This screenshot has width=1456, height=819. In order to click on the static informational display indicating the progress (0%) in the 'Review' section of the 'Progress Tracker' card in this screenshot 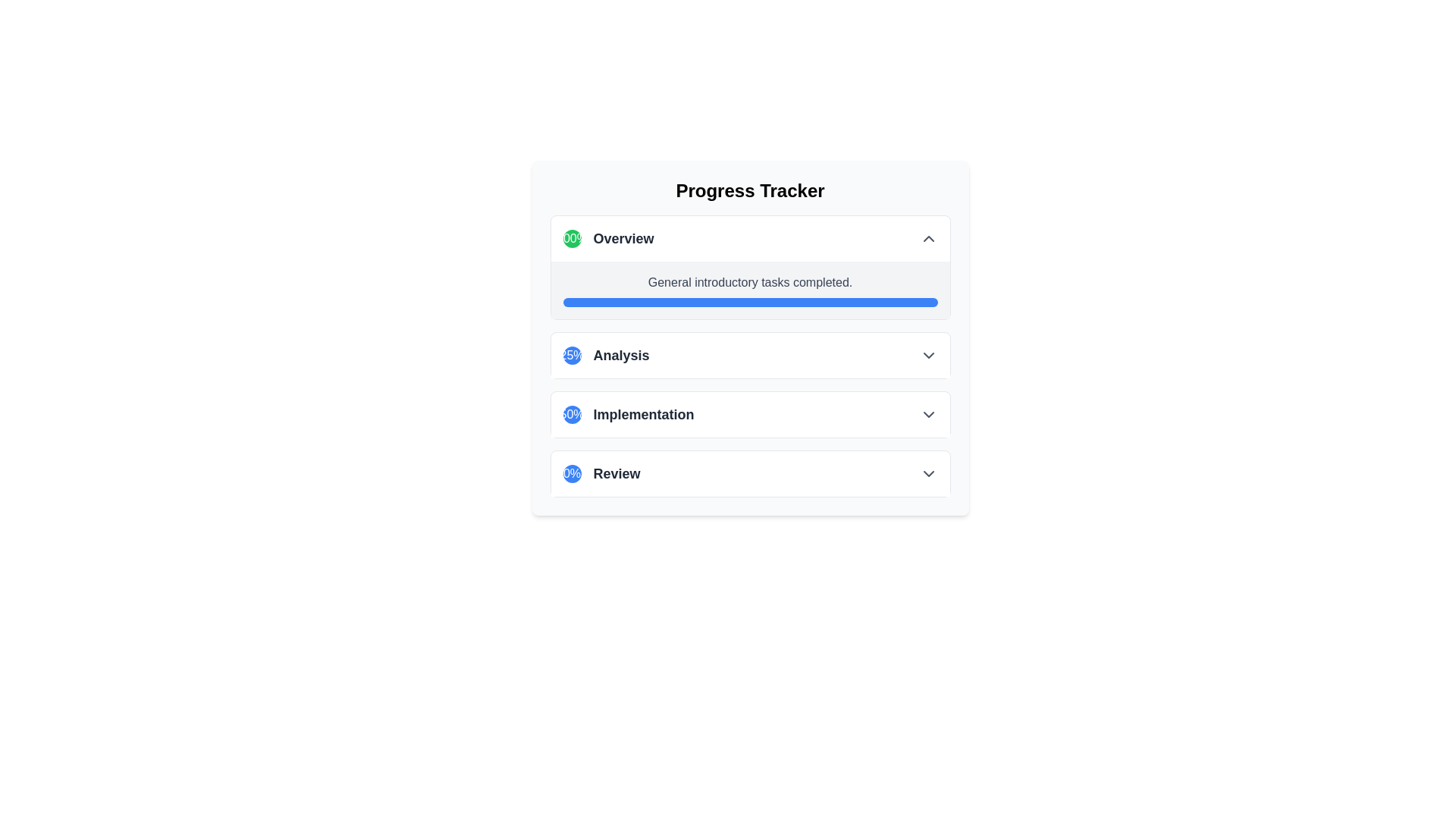, I will do `click(601, 472)`.